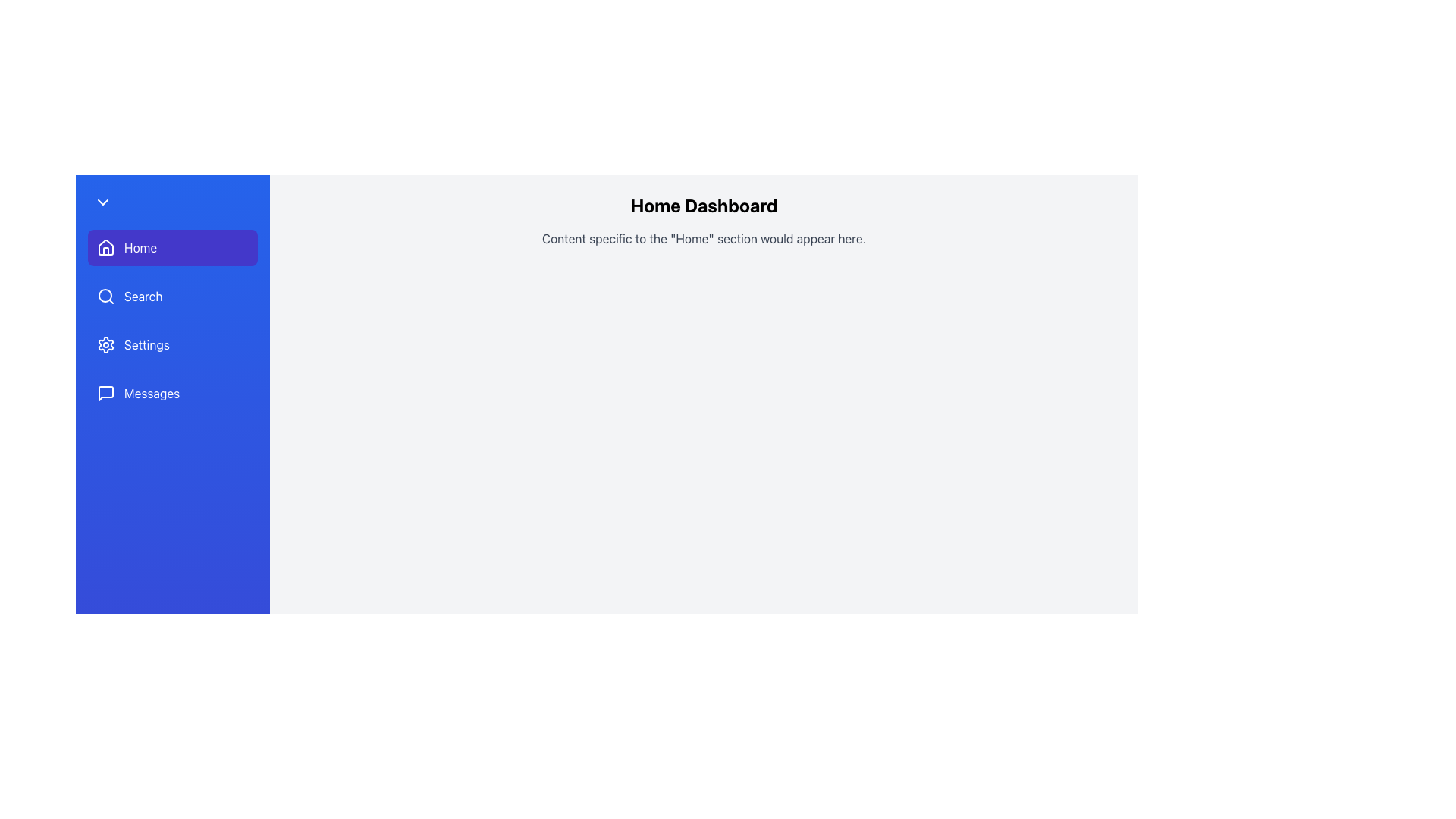 The width and height of the screenshot is (1456, 819). I want to click on the 'Settings' label in the left-side navigation panel, which is the third menu item from the top, right-aligned next to a gear icon, so click(146, 345).